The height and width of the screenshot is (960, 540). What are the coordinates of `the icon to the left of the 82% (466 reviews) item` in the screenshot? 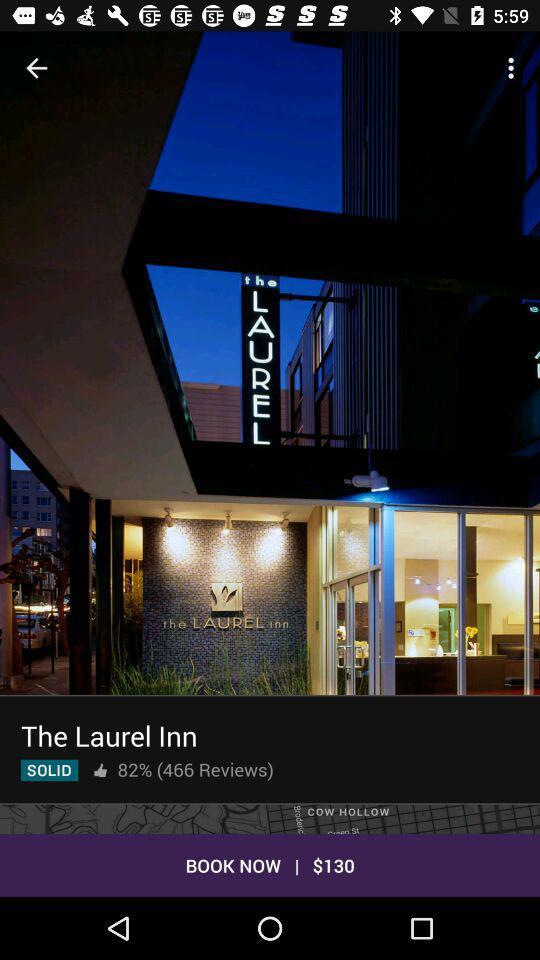 It's located at (99, 769).